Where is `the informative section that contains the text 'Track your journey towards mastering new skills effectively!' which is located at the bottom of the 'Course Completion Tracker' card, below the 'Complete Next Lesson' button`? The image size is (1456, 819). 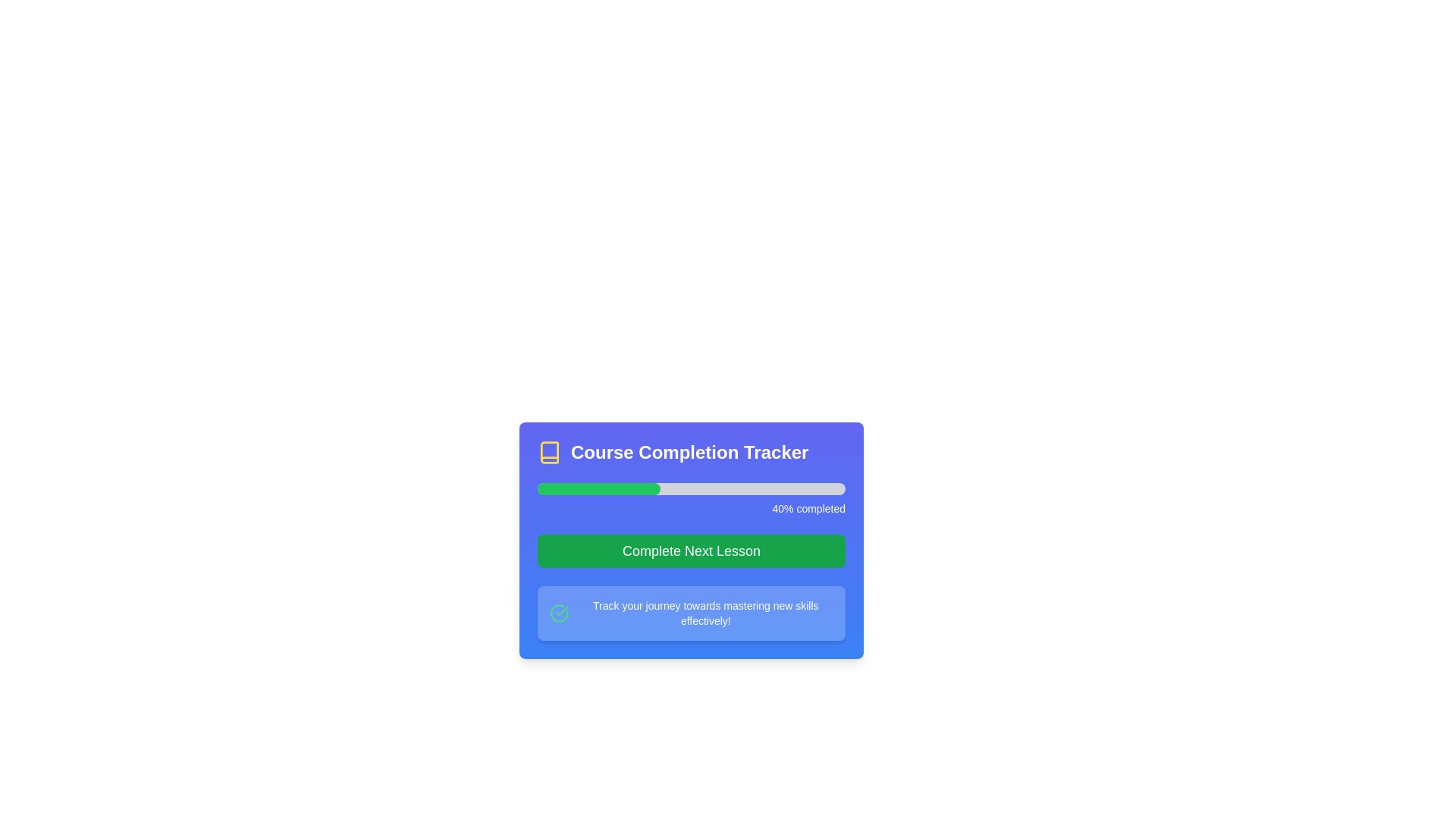 the informative section that contains the text 'Track your journey towards mastering new skills effectively!' which is located at the bottom of the 'Course Completion Tracker' card, below the 'Complete Next Lesson' button is located at coordinates (691, 613).